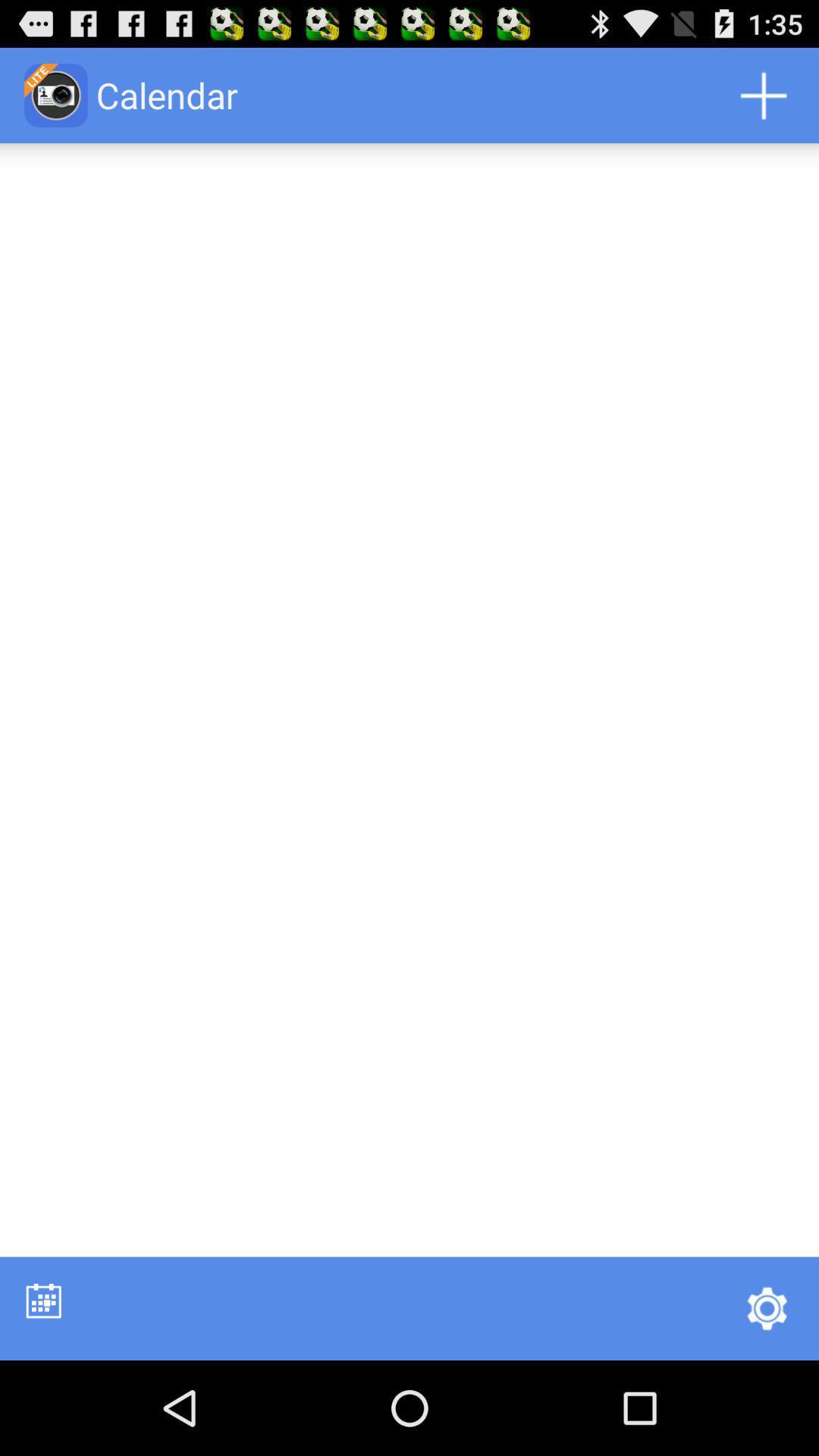  Describe the element at coordinates (767, 1307) in the screenshot. I see `settings` at that location.